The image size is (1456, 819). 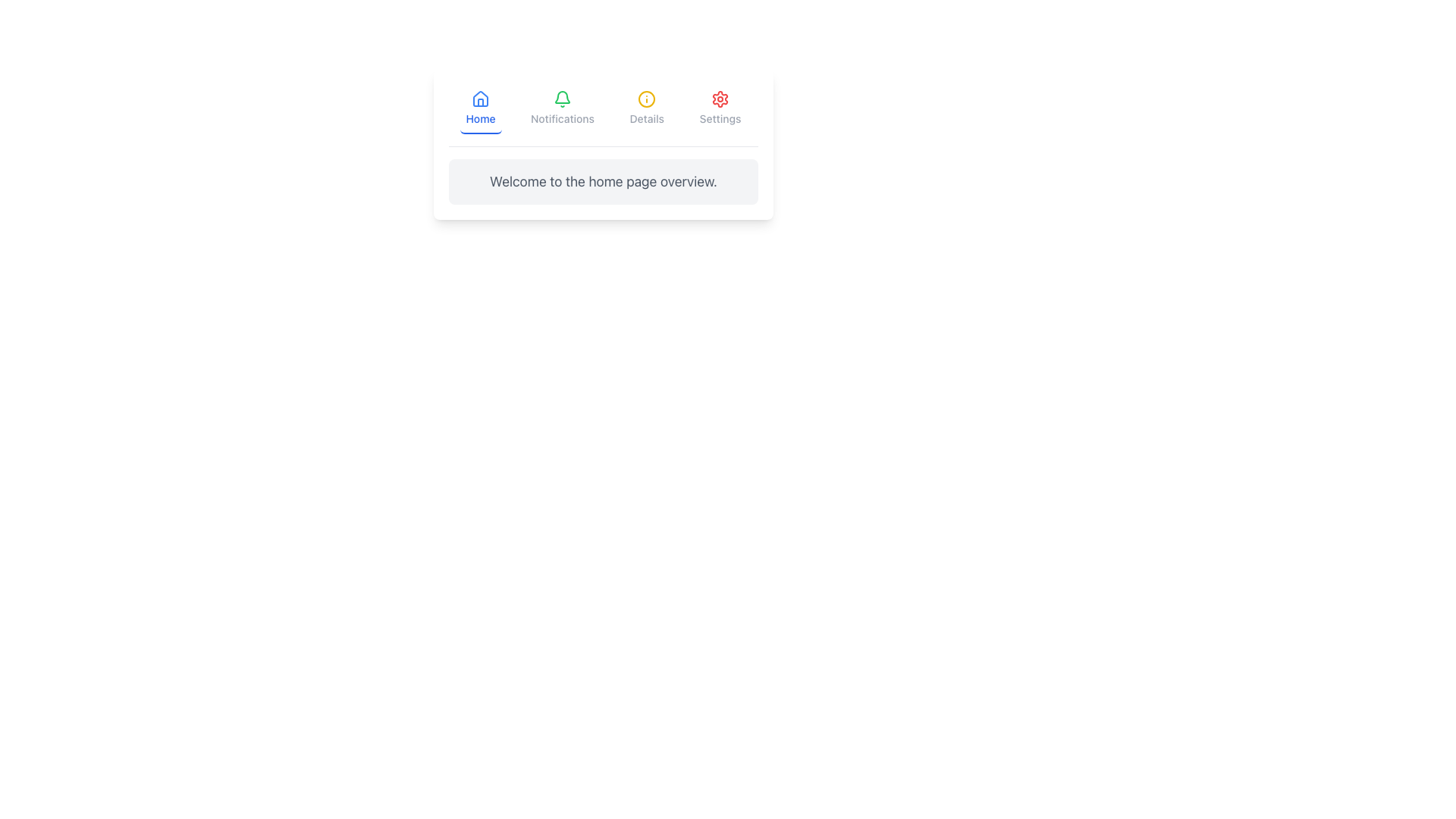 What do you see at coordinates (479, 118) in the screenshot?
I see `the 'Home' label which is positioned directly below the house icon in the navigation bar` at bounding box center [479, 118].